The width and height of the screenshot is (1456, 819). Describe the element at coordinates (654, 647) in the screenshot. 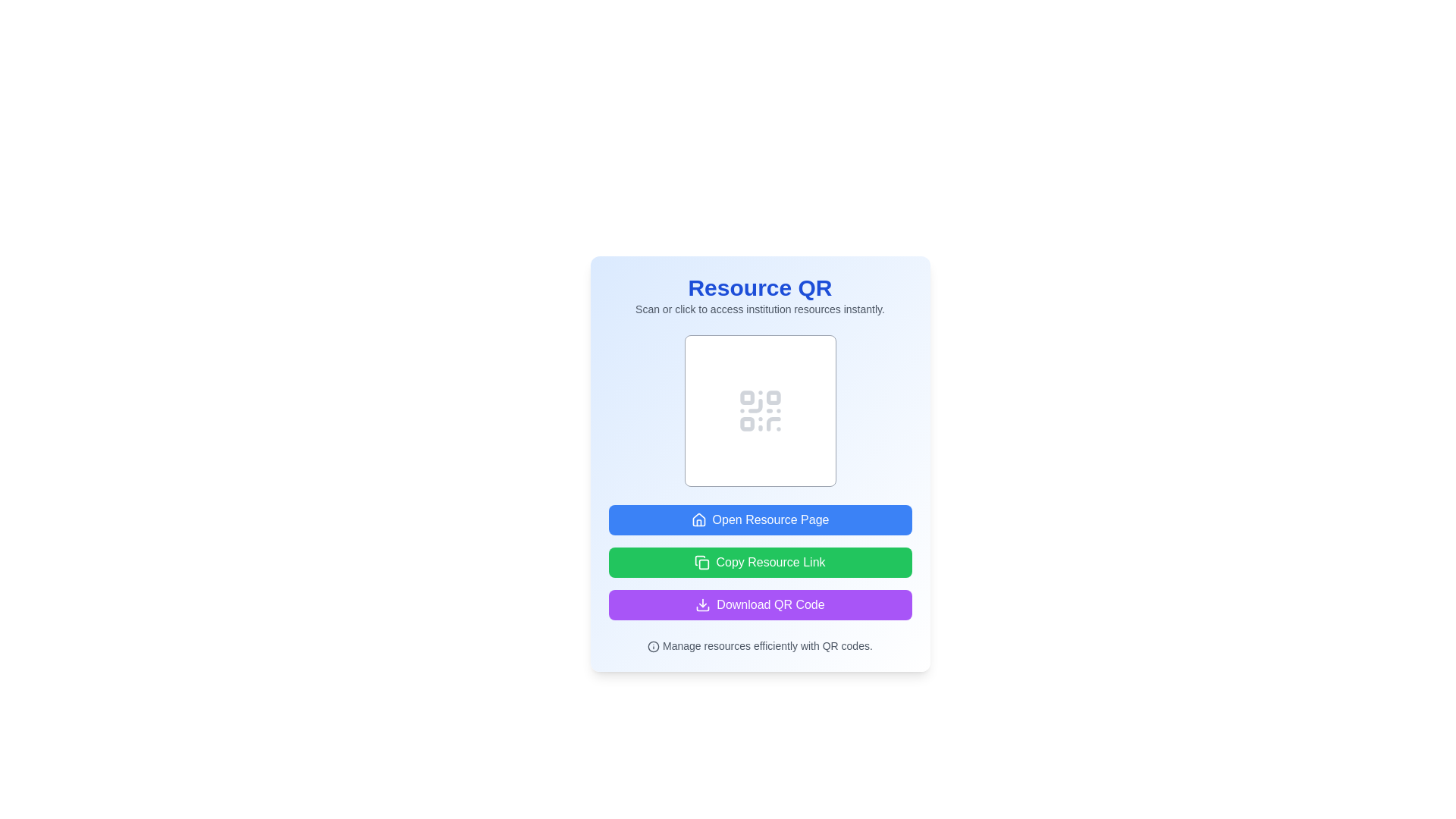

I see `the central circular graphical element that forms the foundational outline of the icon` at that location.